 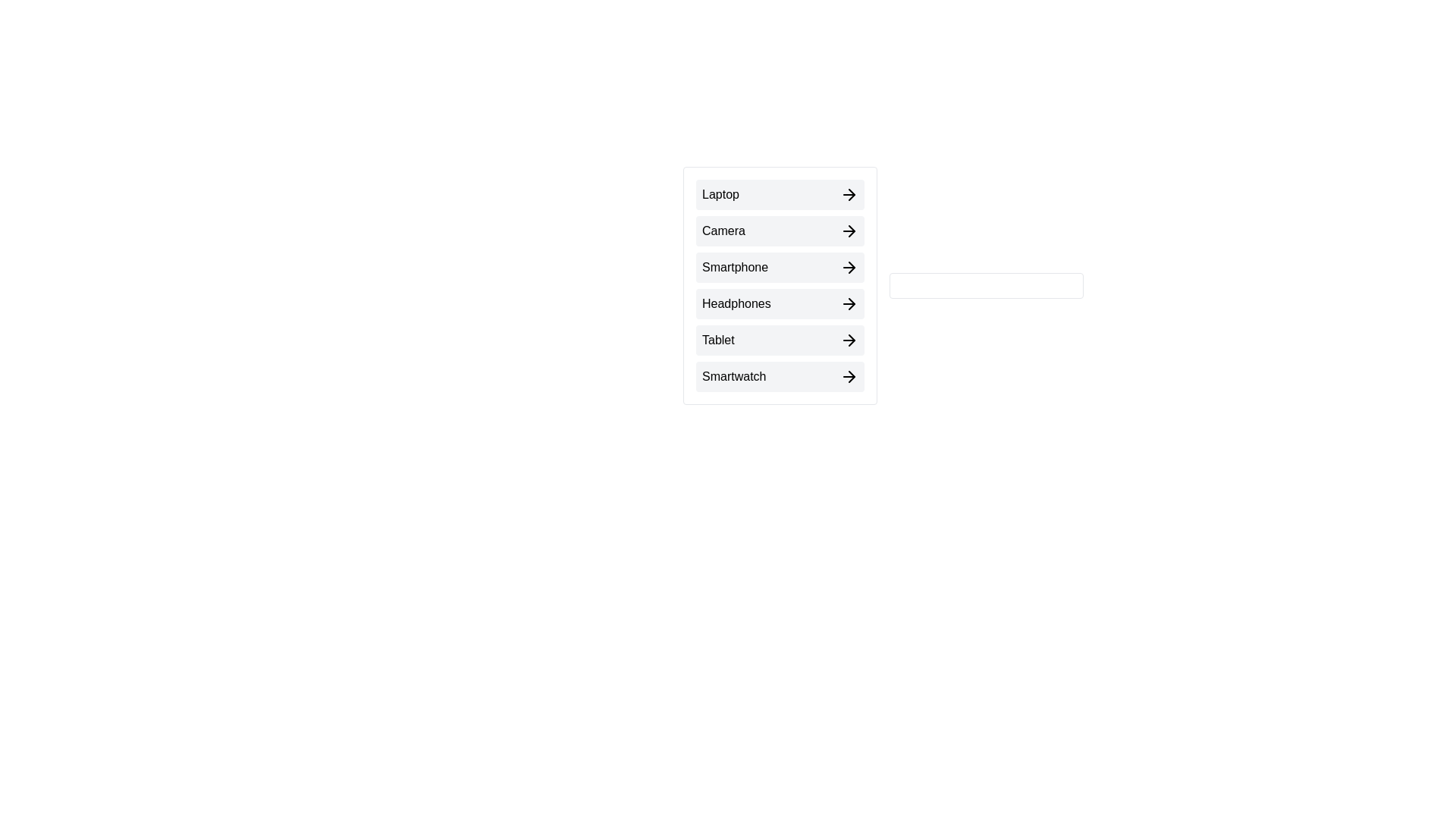 I want to click on the arrow button next to Smartwatch to move it to the right list, so click(x=780, y=376).